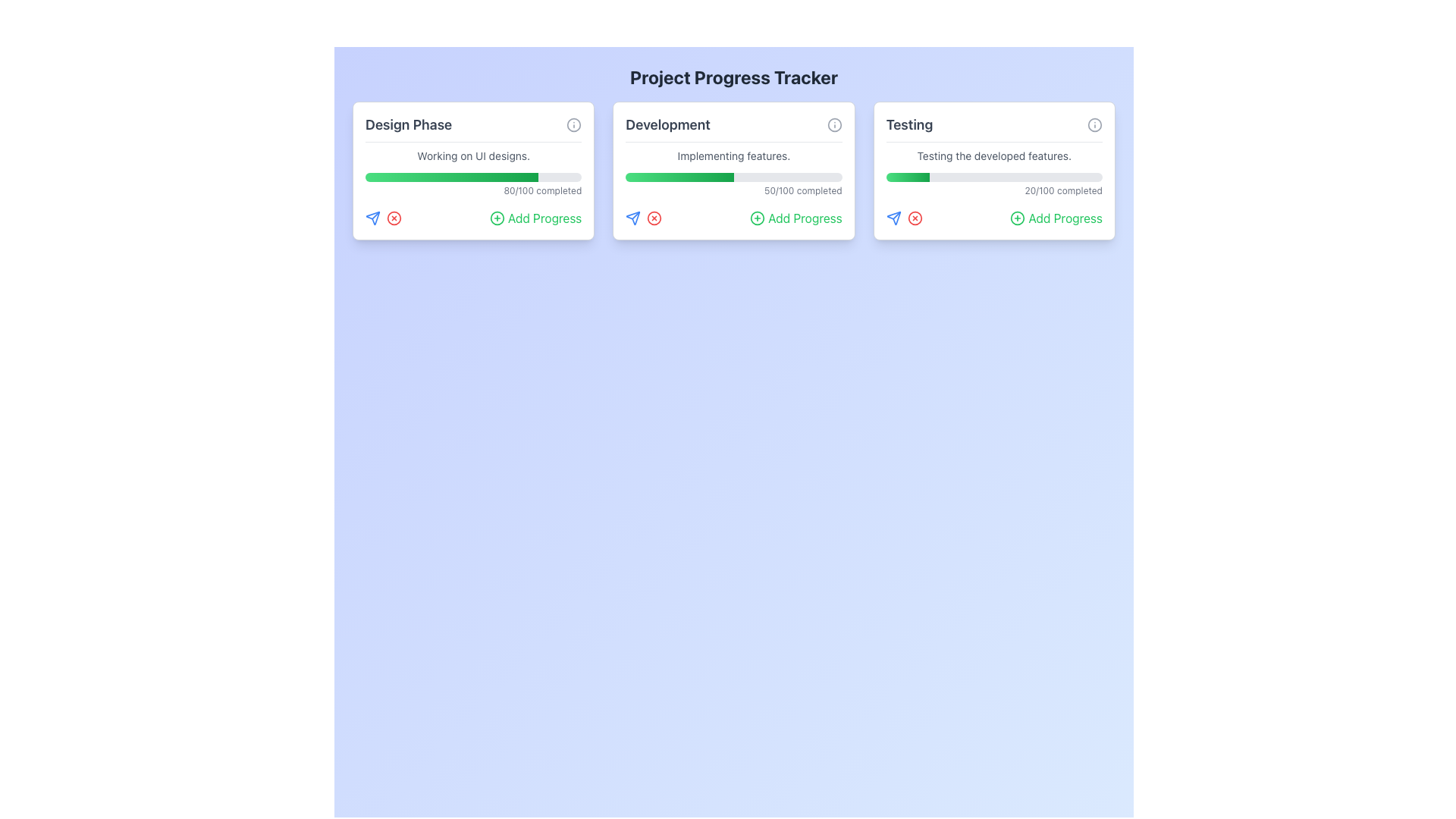  Describe the element at coordinates (994, 171) in the screenshot. I see `the progress tracker card located in the third column of the grid layout` at that location.